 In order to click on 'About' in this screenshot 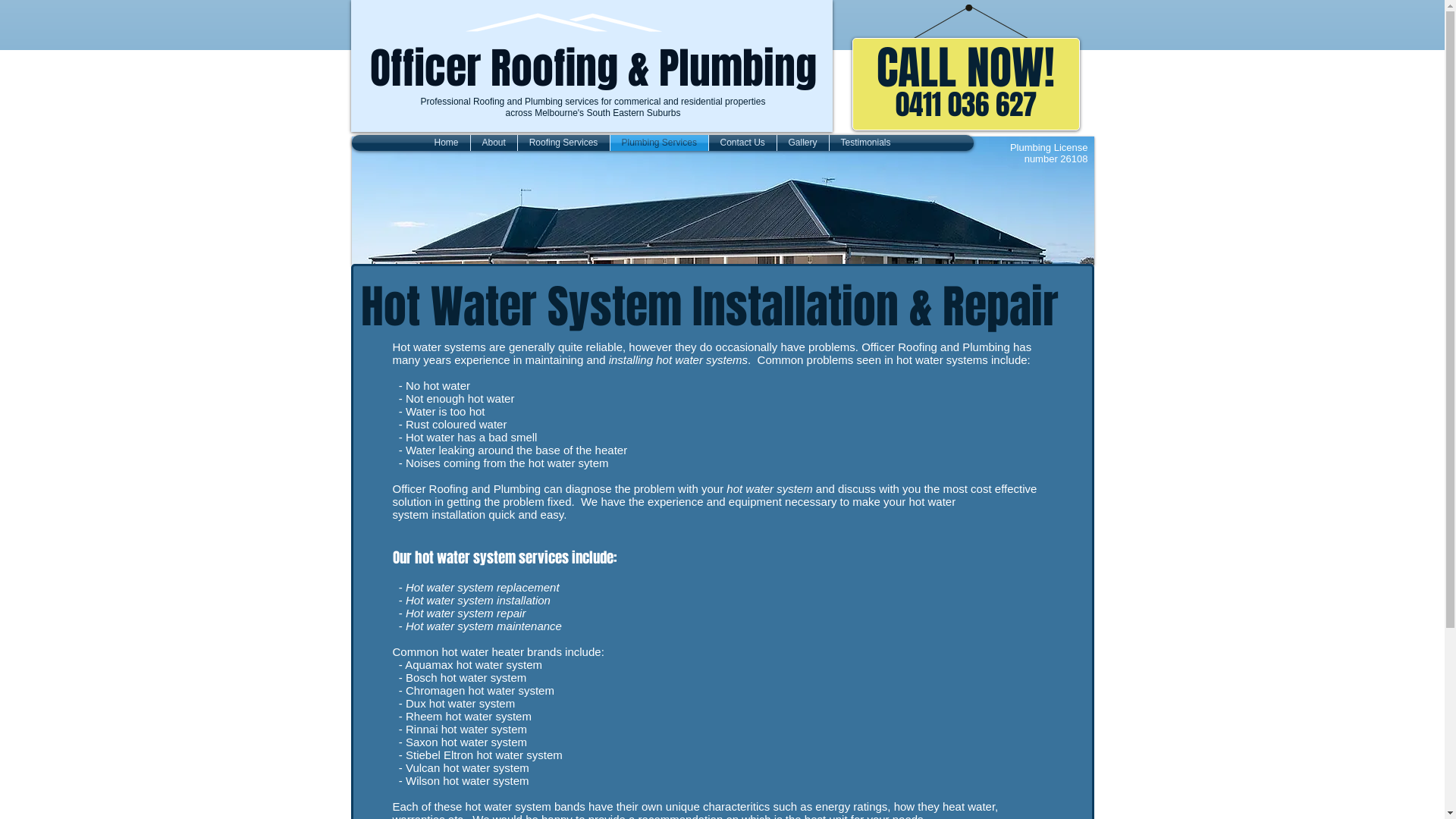, I will do `click(493, 143)`.